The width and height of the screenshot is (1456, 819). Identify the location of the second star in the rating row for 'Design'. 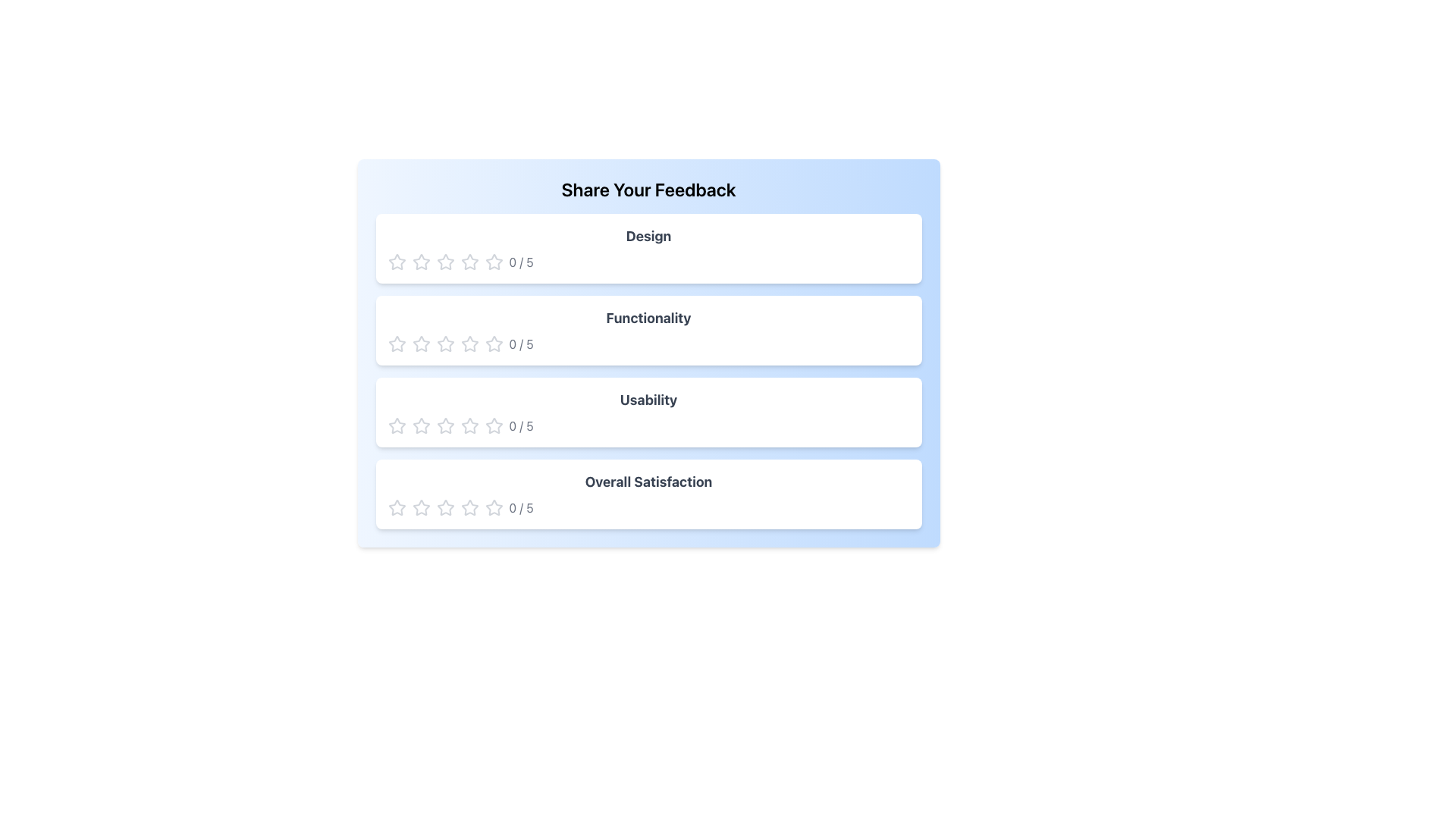
(469, 261).